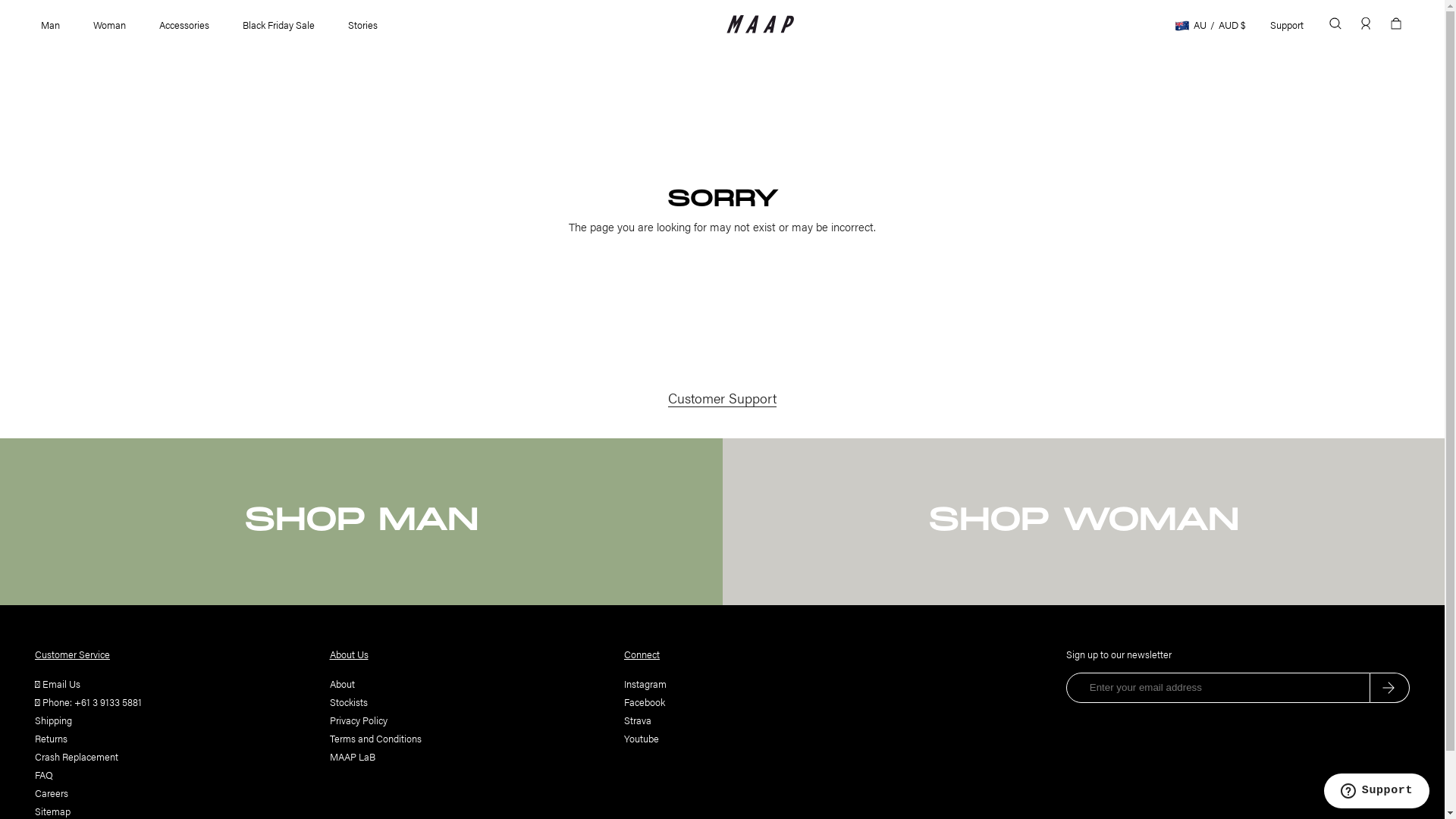  I want to click on 'Woman', so click(108, 24).